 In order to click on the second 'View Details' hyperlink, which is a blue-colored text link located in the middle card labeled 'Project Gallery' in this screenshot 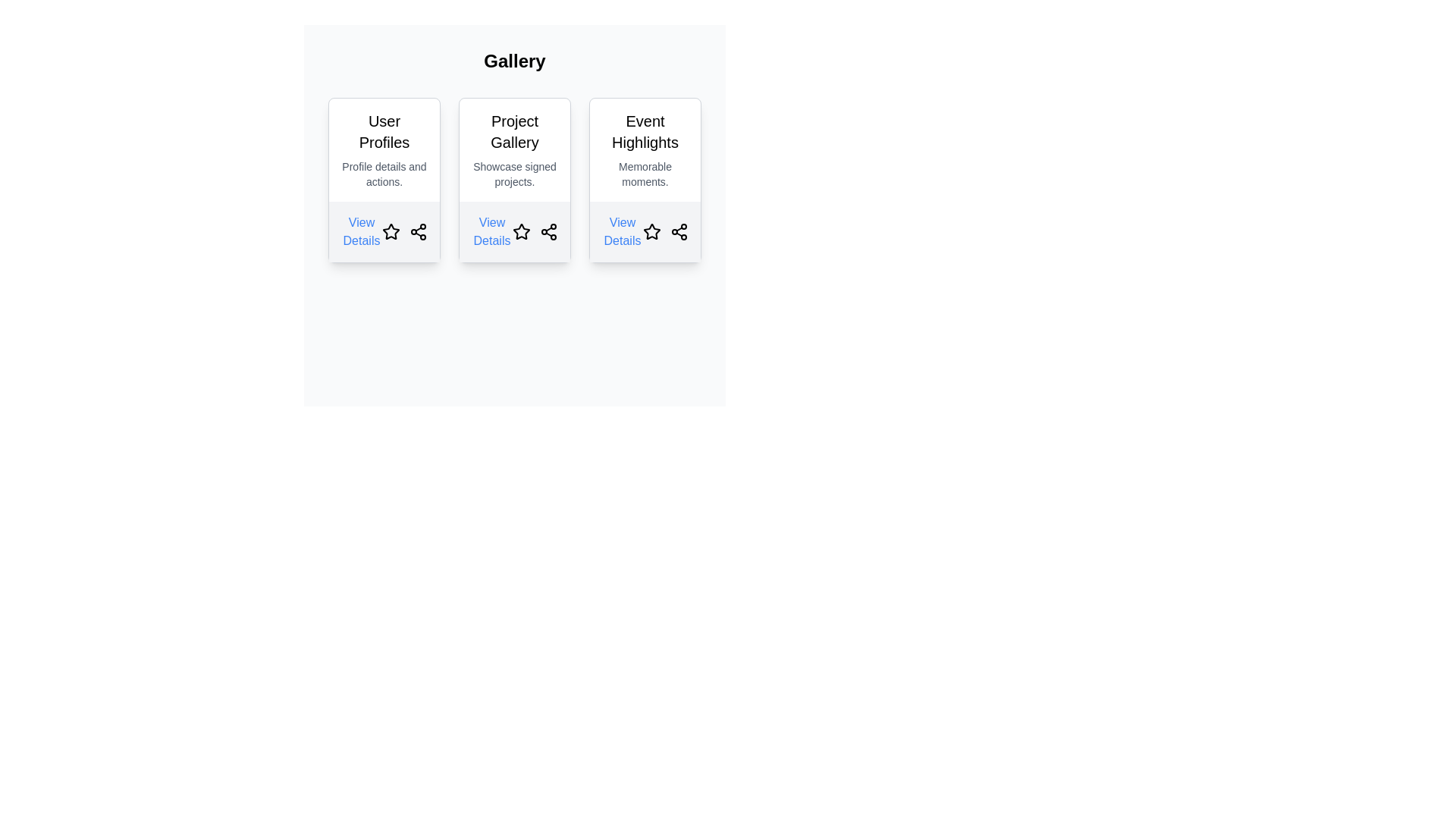, I will do `click(491, 231)`.